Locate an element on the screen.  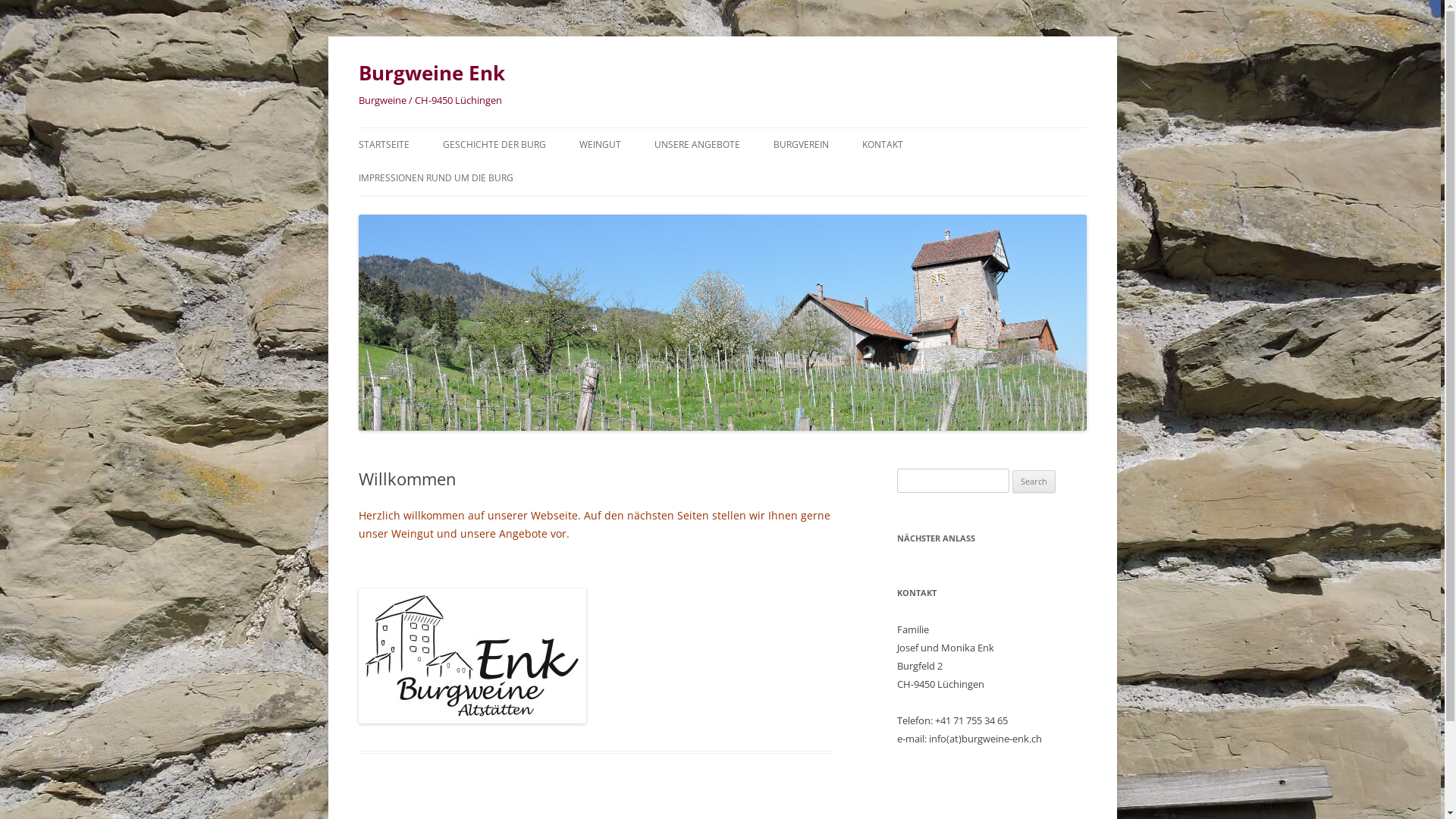
'Skip to content' is located at coordinates (760, 131).